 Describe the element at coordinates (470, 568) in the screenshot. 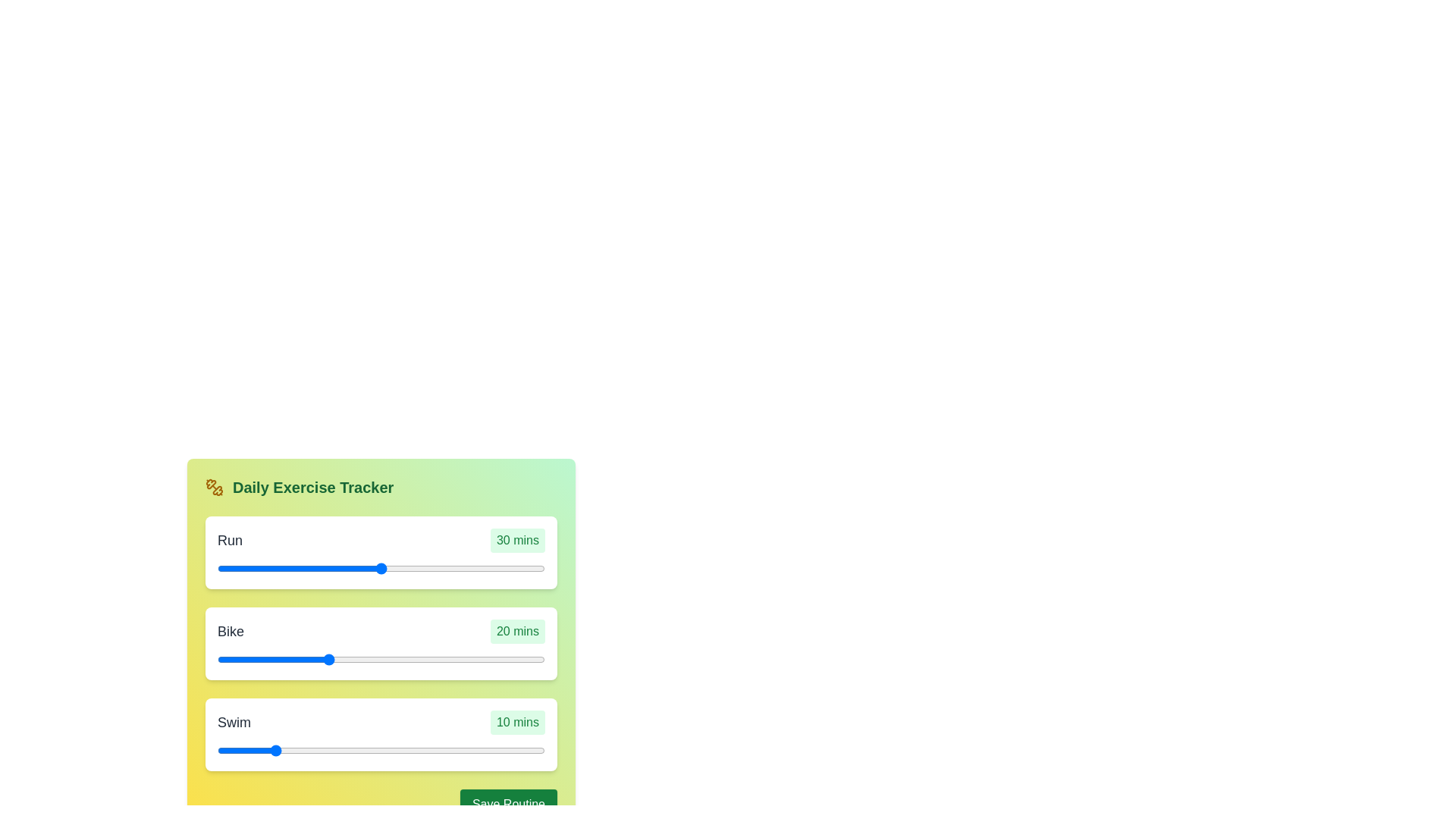

I see `the duration of the 0 slider to 33 minutes` at that location.